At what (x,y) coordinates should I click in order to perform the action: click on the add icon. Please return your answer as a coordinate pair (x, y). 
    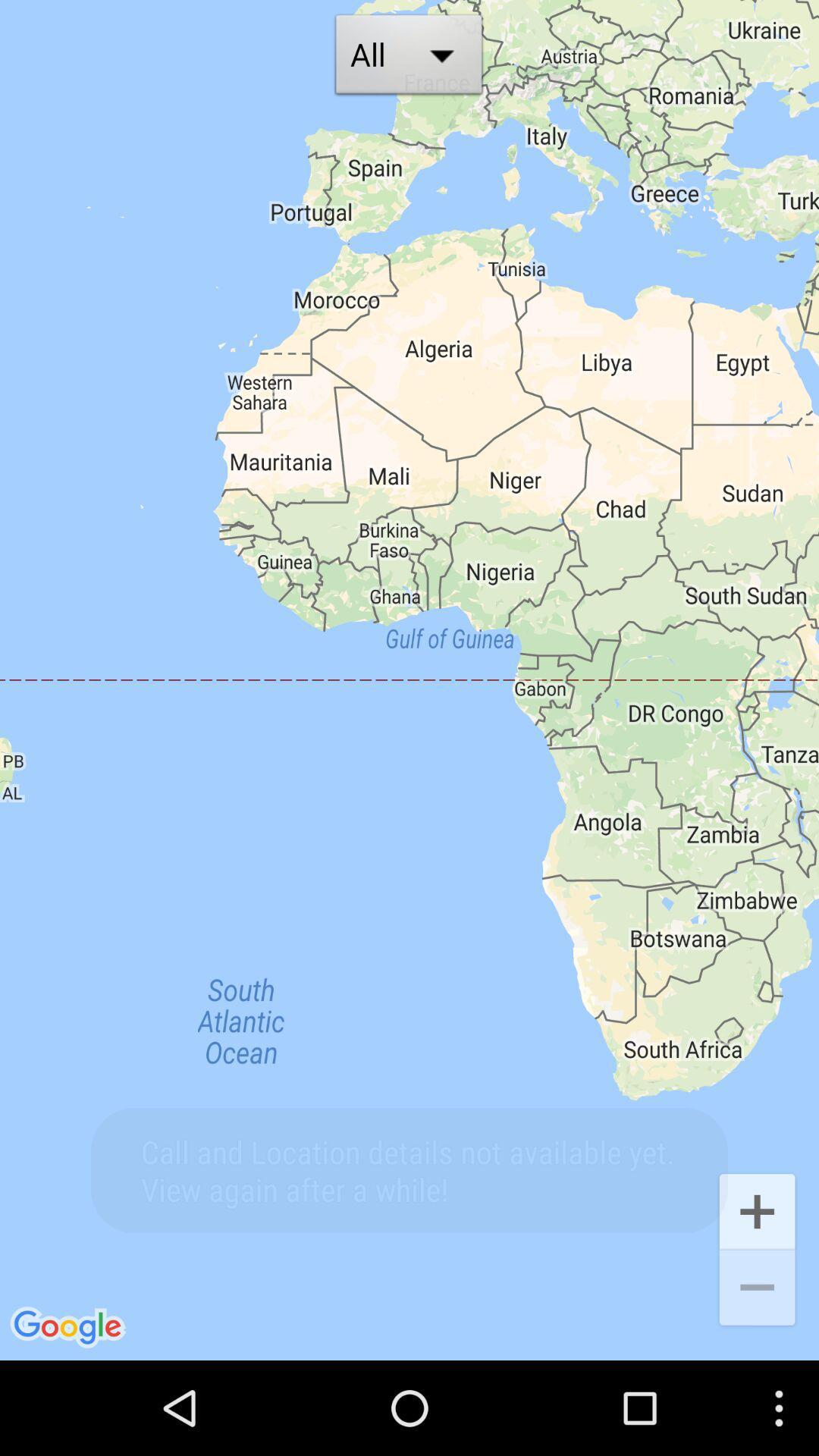
    Looking at the image, I should click on (757, 1294).